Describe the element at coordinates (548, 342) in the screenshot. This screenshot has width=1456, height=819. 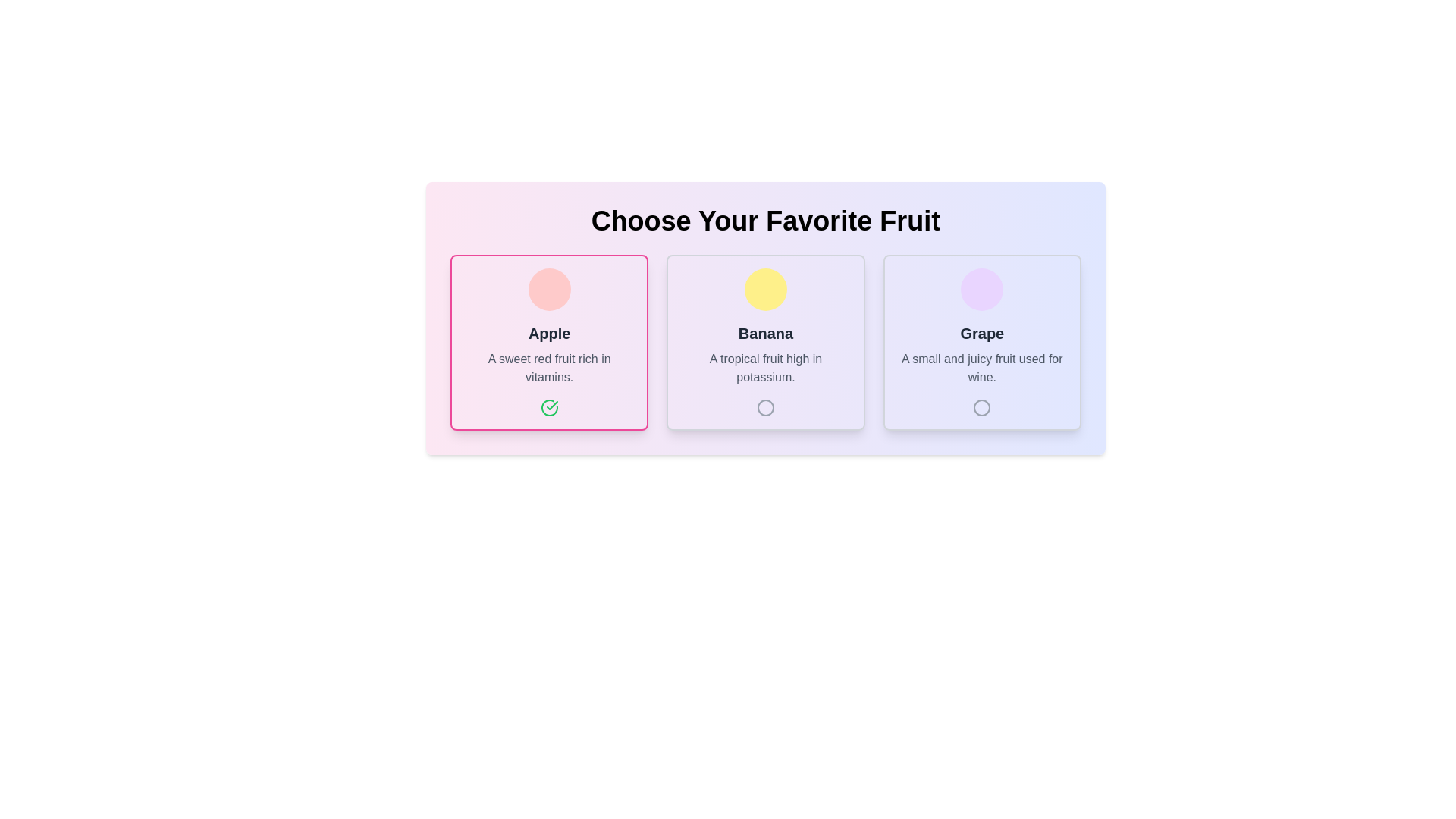
I see `the Apple card component` at that location.